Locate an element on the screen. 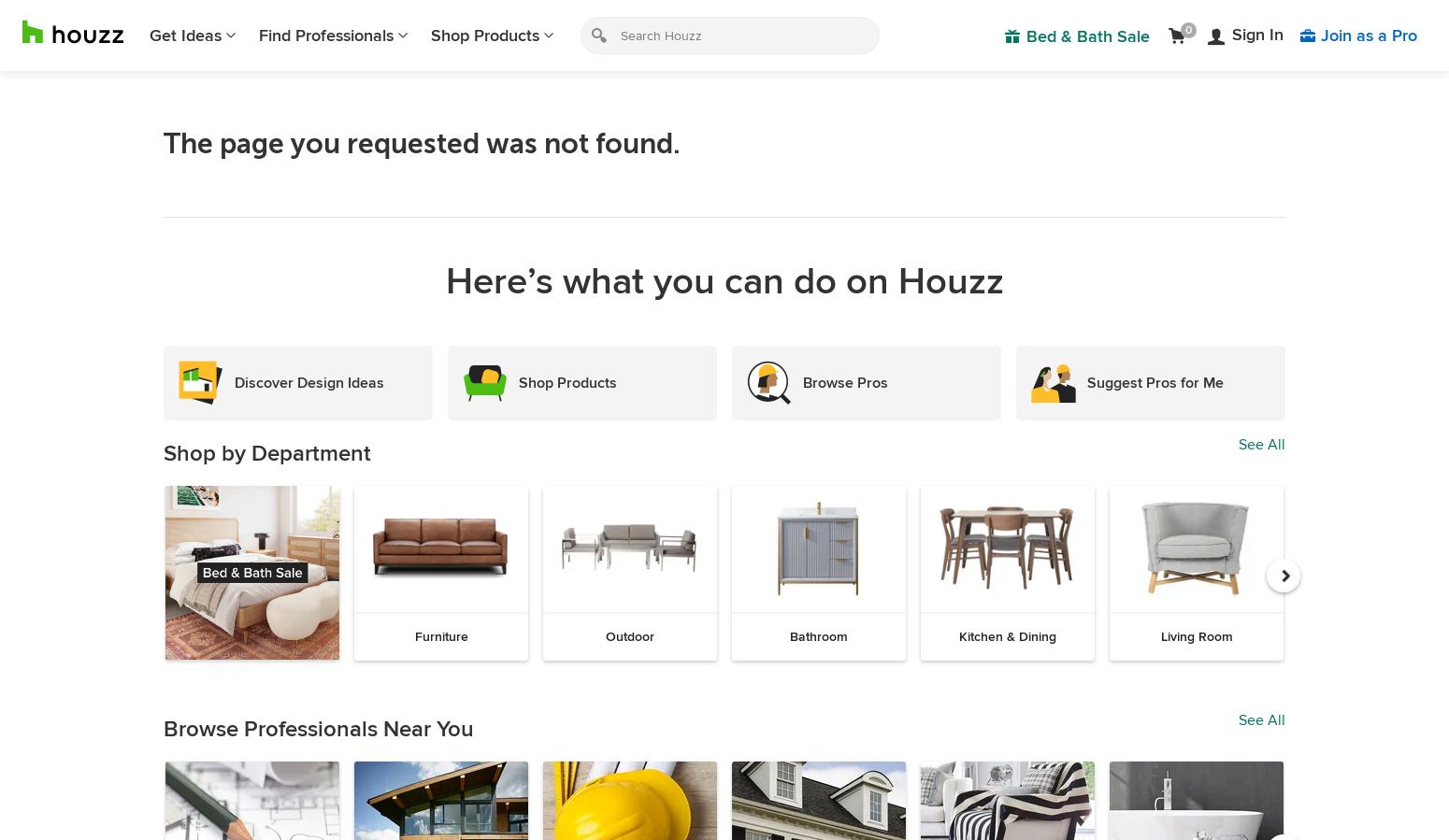 This screenshot has width=1449, height=840. 'Get Ideas' is located at coordinates (184, 35).